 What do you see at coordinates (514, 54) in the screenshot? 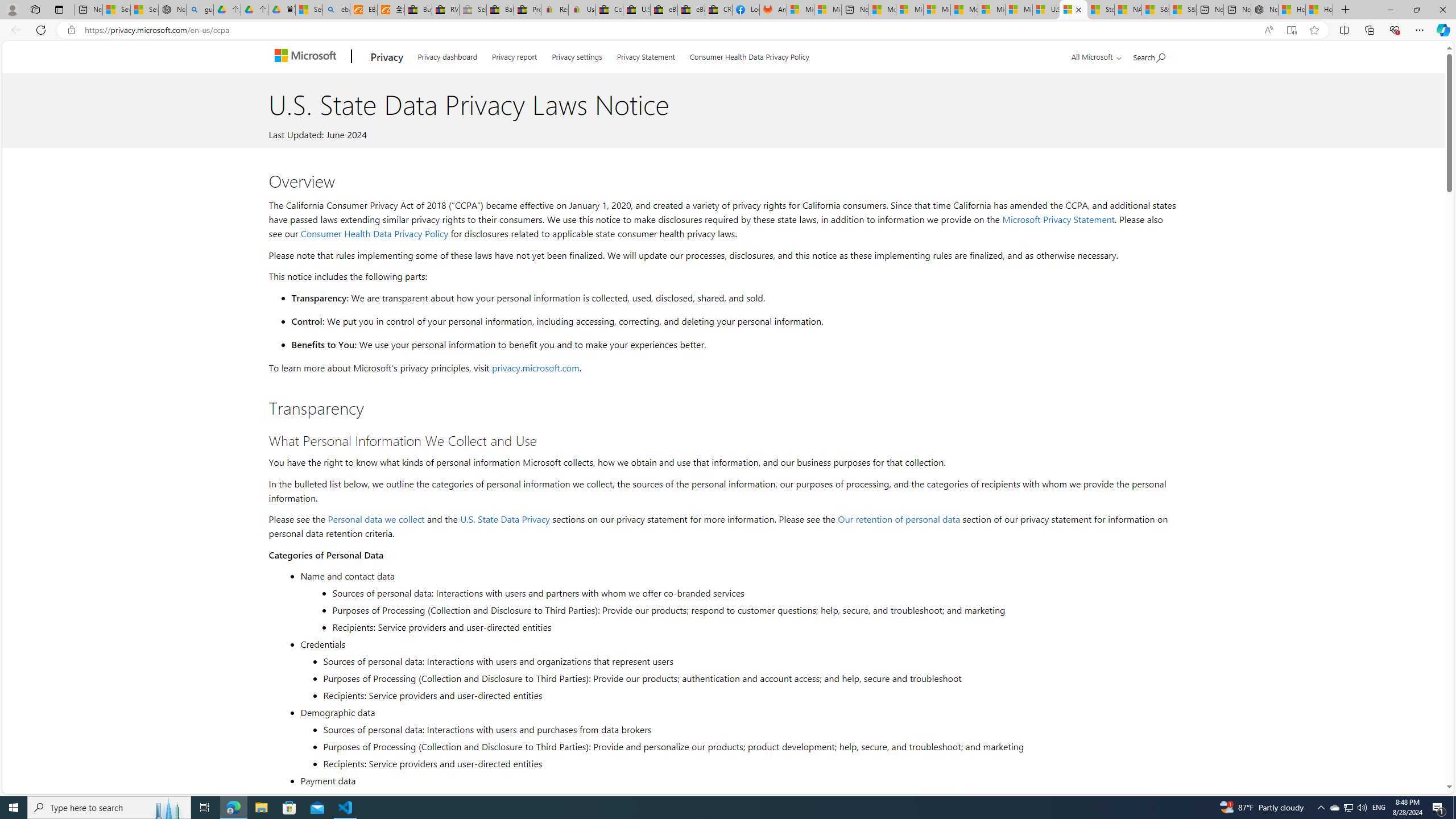
I see `'Privacy report'` at bounding box center [514, 54].